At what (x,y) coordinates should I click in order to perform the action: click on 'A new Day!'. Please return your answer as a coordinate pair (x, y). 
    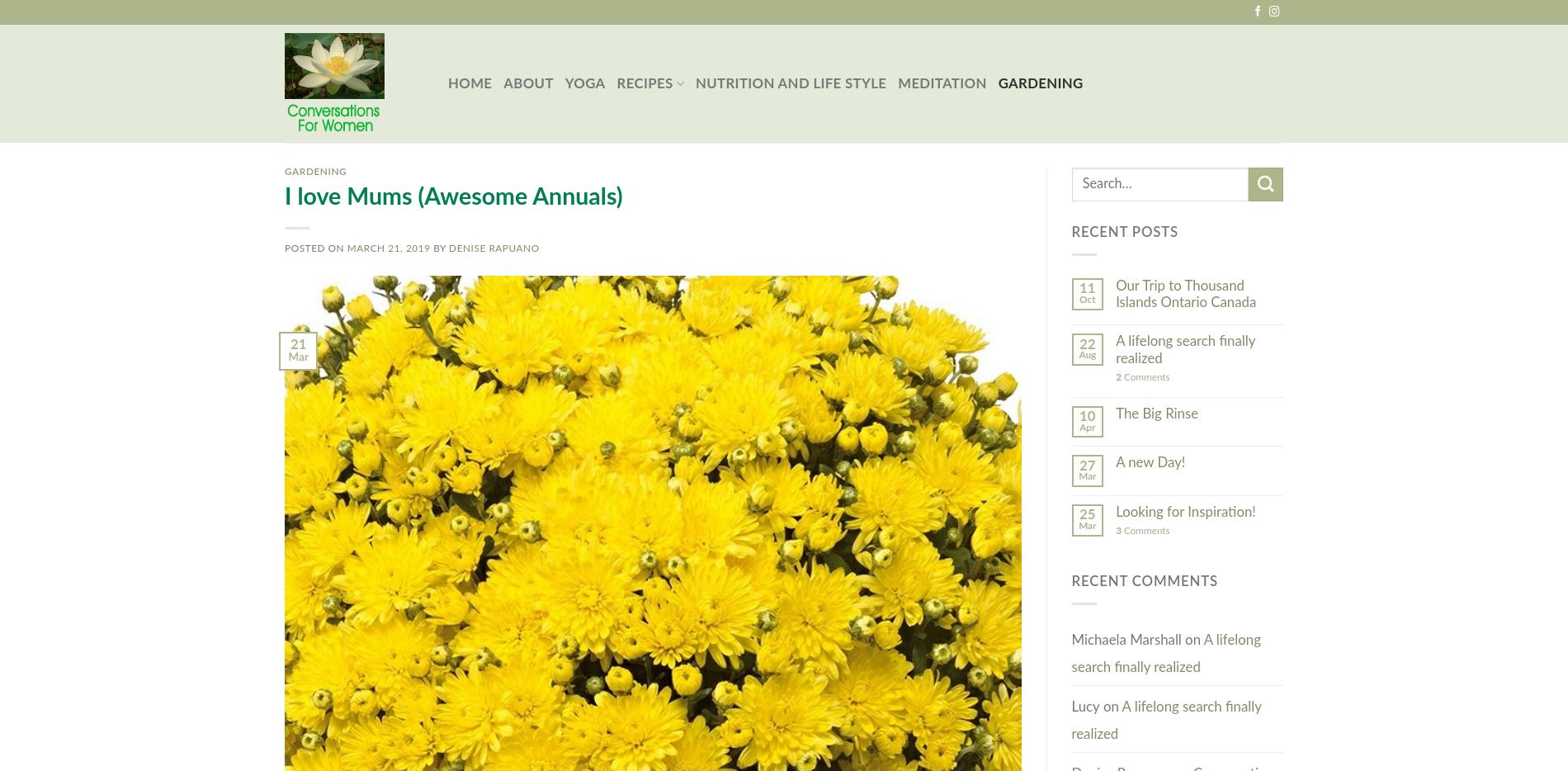
    Looking at the image, I should click on (1150, 462).